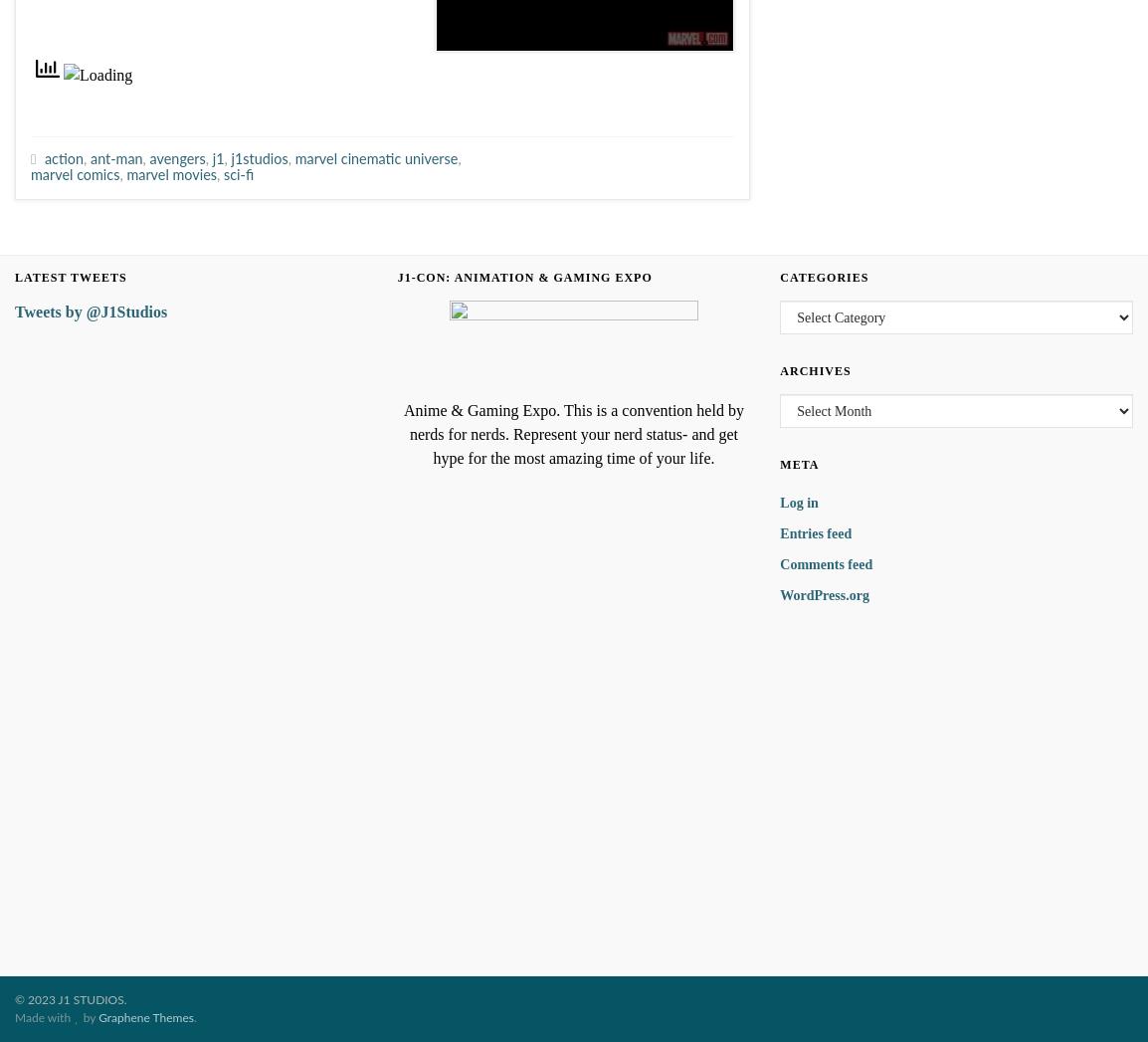 Image resolution: width=1148 pixels, height=1042 pixels. Describe the element at coordinates (88, 1018) in the screenshot. I see `'by'` at that location.